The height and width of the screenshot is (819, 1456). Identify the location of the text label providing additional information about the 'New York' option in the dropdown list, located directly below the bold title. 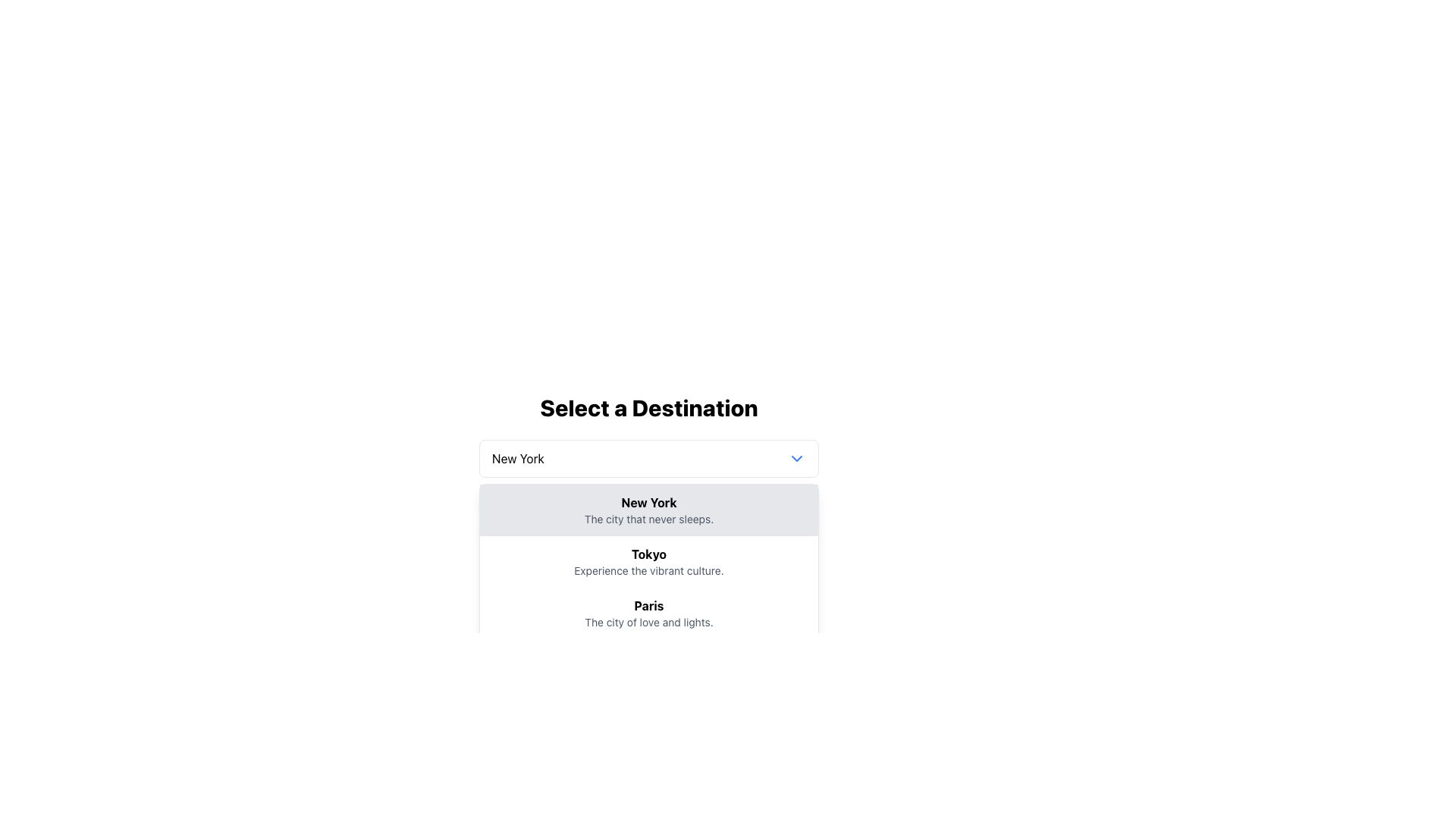
(648, 519).